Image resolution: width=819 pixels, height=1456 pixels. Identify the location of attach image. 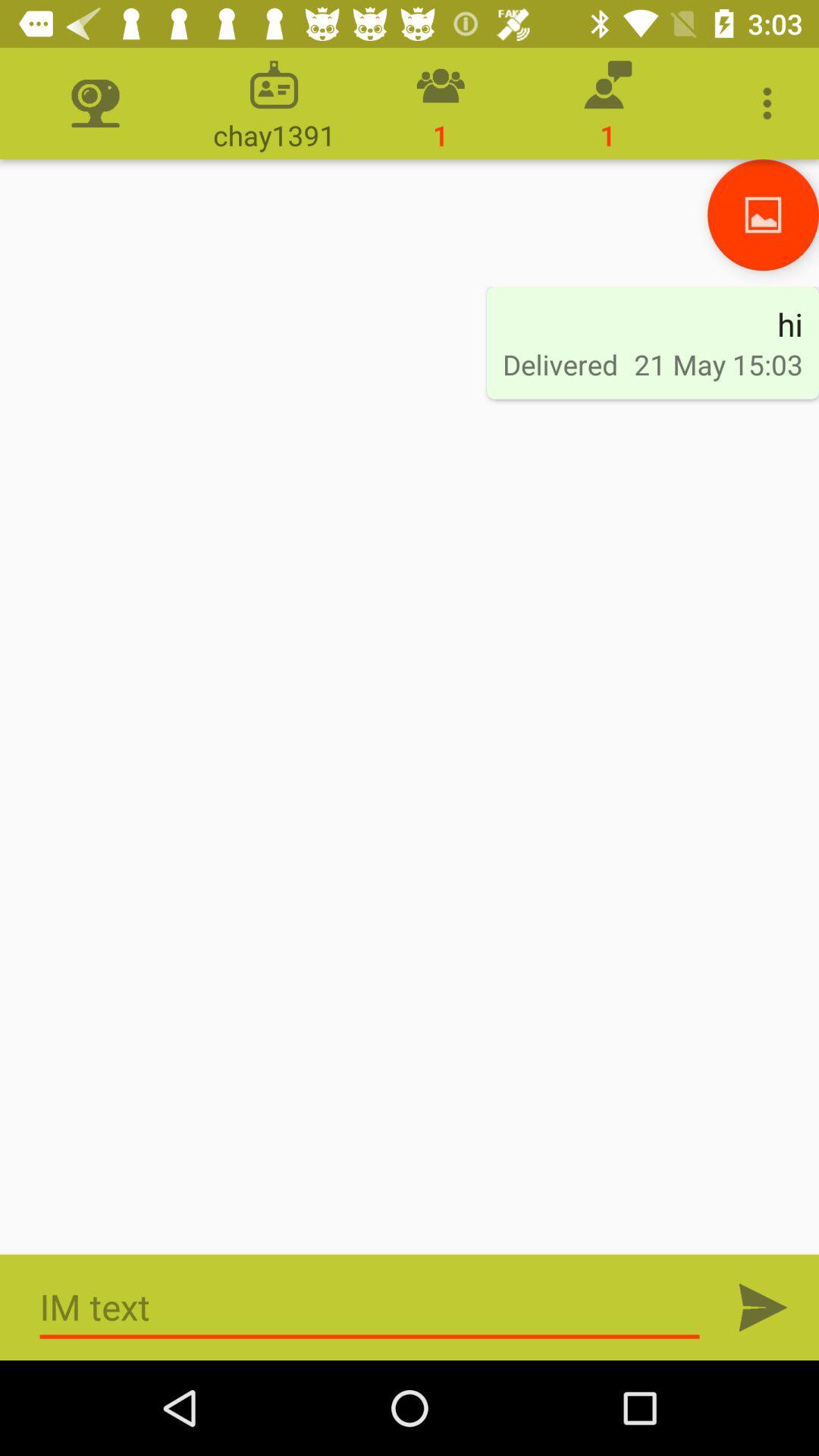
(763, 214).